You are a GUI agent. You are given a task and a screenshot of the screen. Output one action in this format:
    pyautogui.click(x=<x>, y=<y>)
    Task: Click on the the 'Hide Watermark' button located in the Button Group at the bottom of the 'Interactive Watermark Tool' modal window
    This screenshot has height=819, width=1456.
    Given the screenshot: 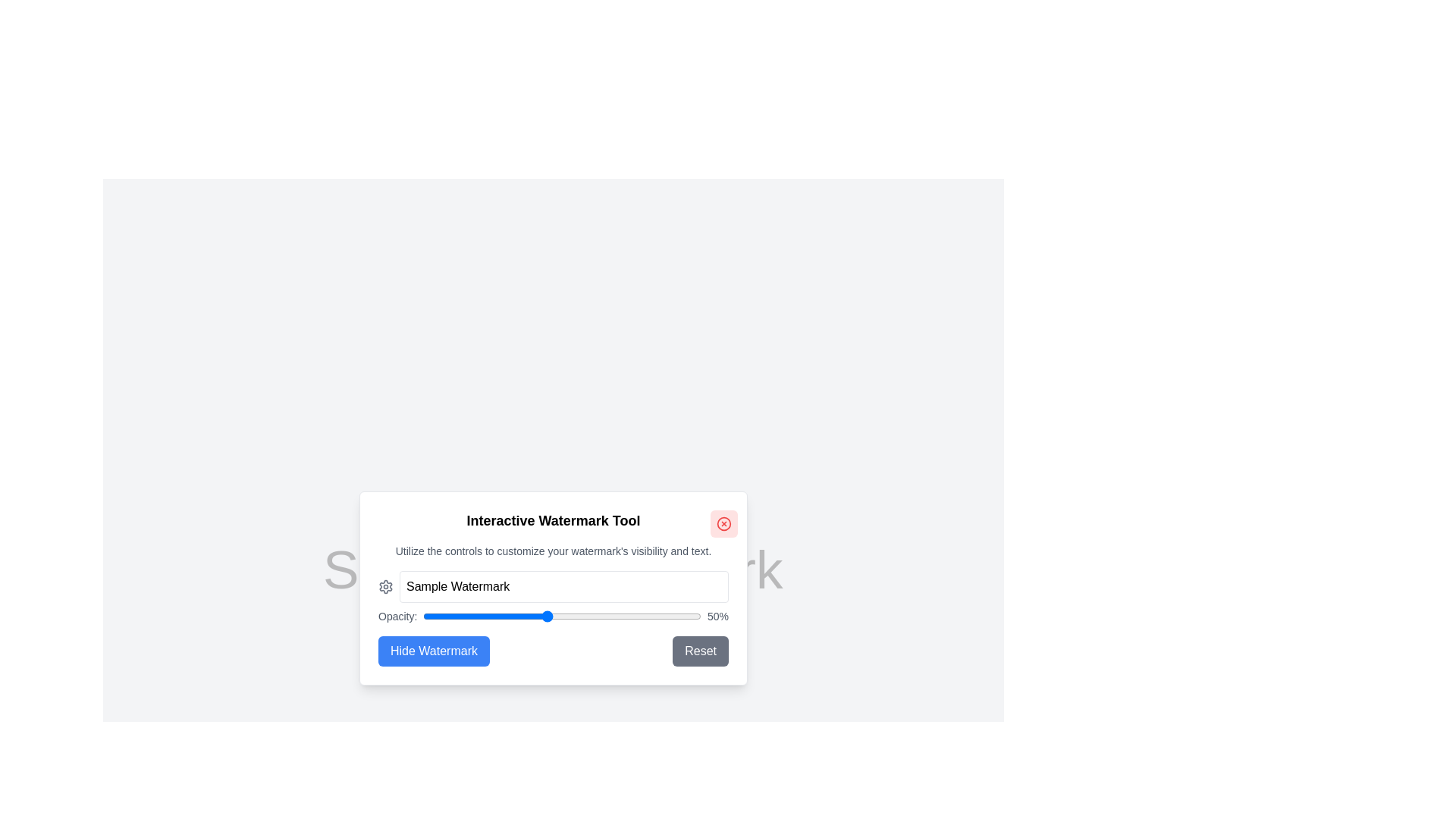 What is the action you would take?
    pyautogui.click(x=552, y=651)
    